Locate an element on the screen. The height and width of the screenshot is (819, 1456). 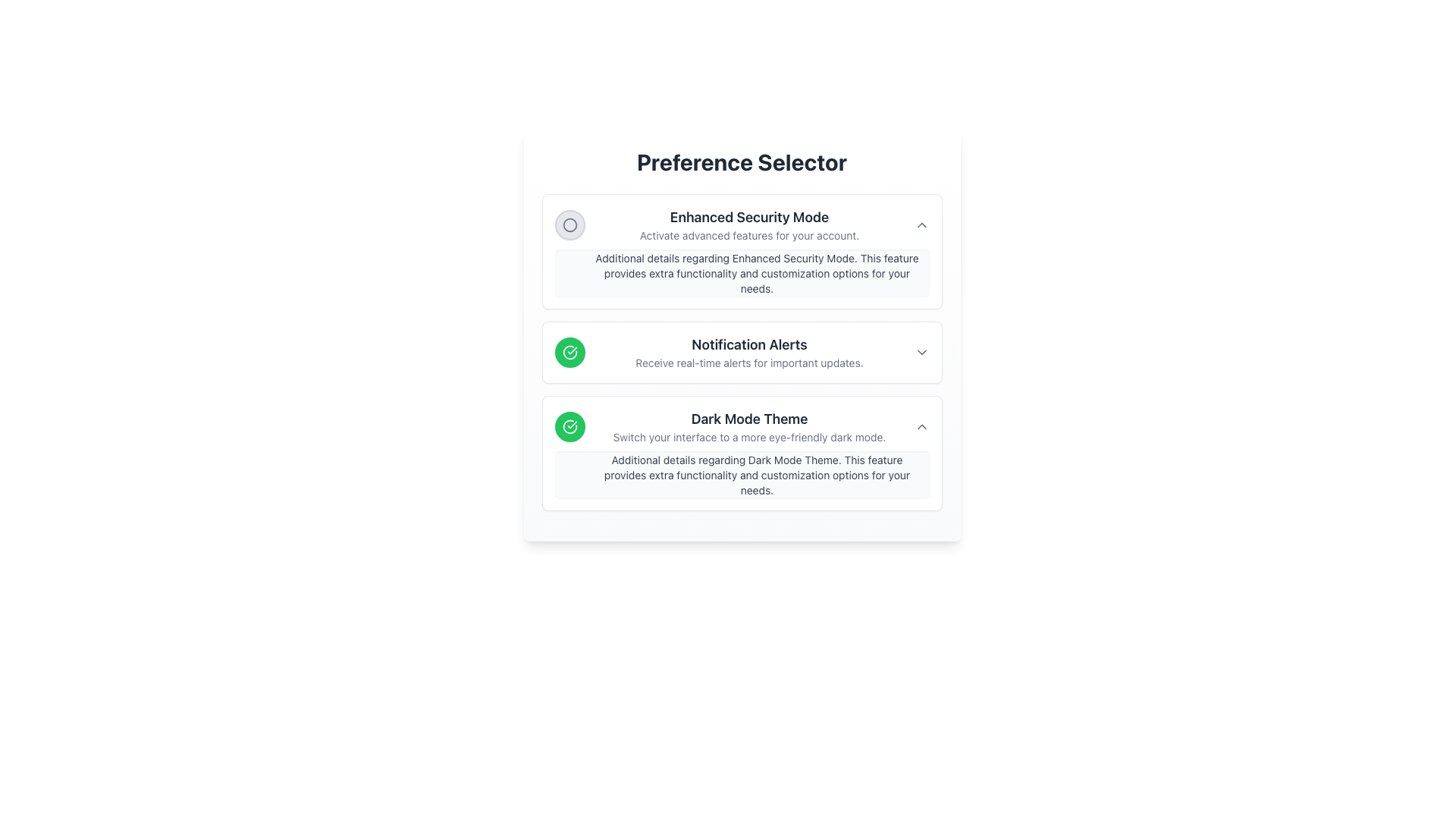
the Informational text block that introduces the 'Notification Alerts' feature is located at coordinates (749, 353).